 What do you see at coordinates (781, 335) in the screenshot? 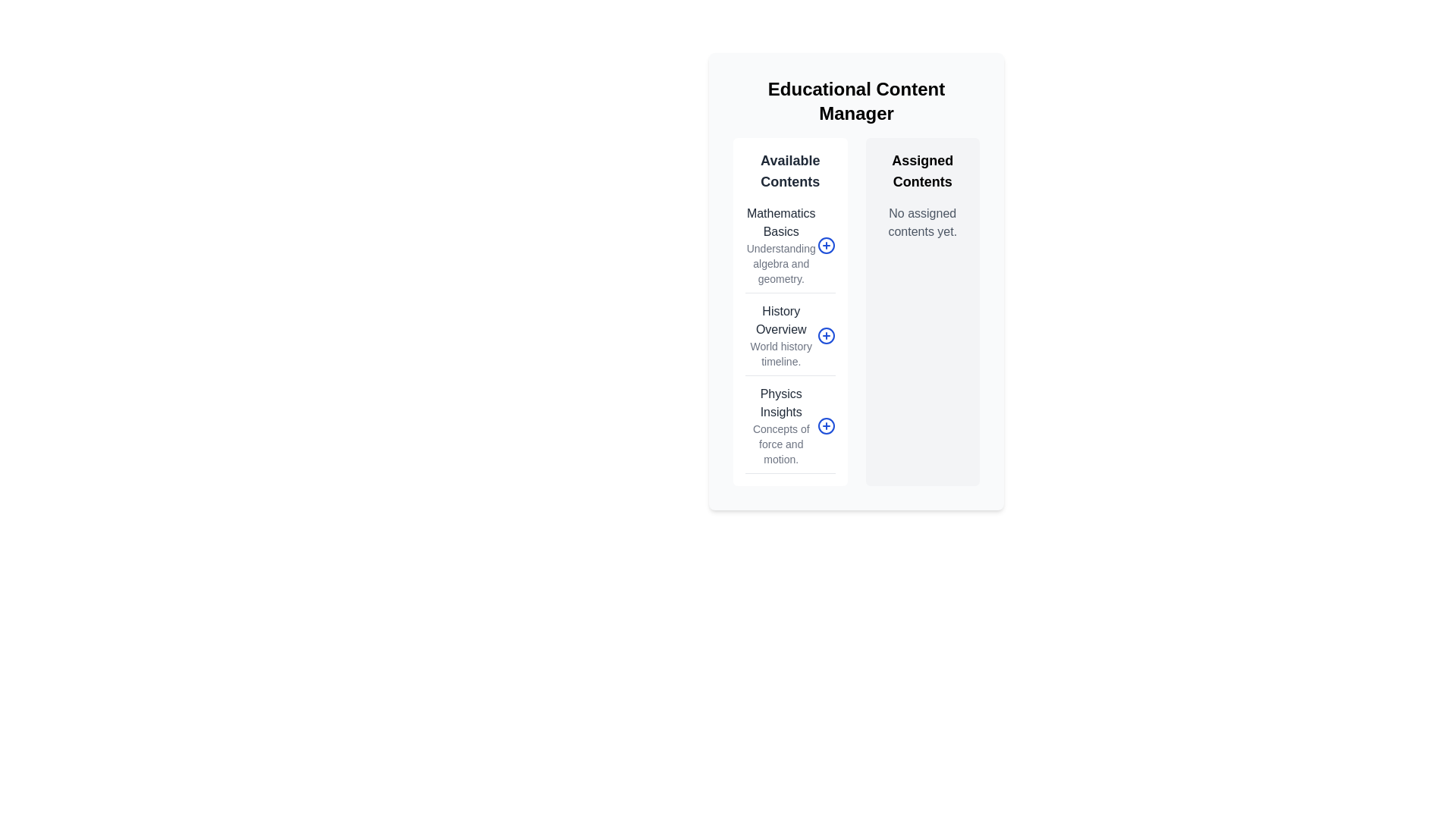
I see `text block titled 'History Overview' which contains the subheading 'World history timeline.' This block is located in the 'Available Contents' section, between 'Mathematics Basics' and 'Physics Insights'` at bounding box center [781, 335].